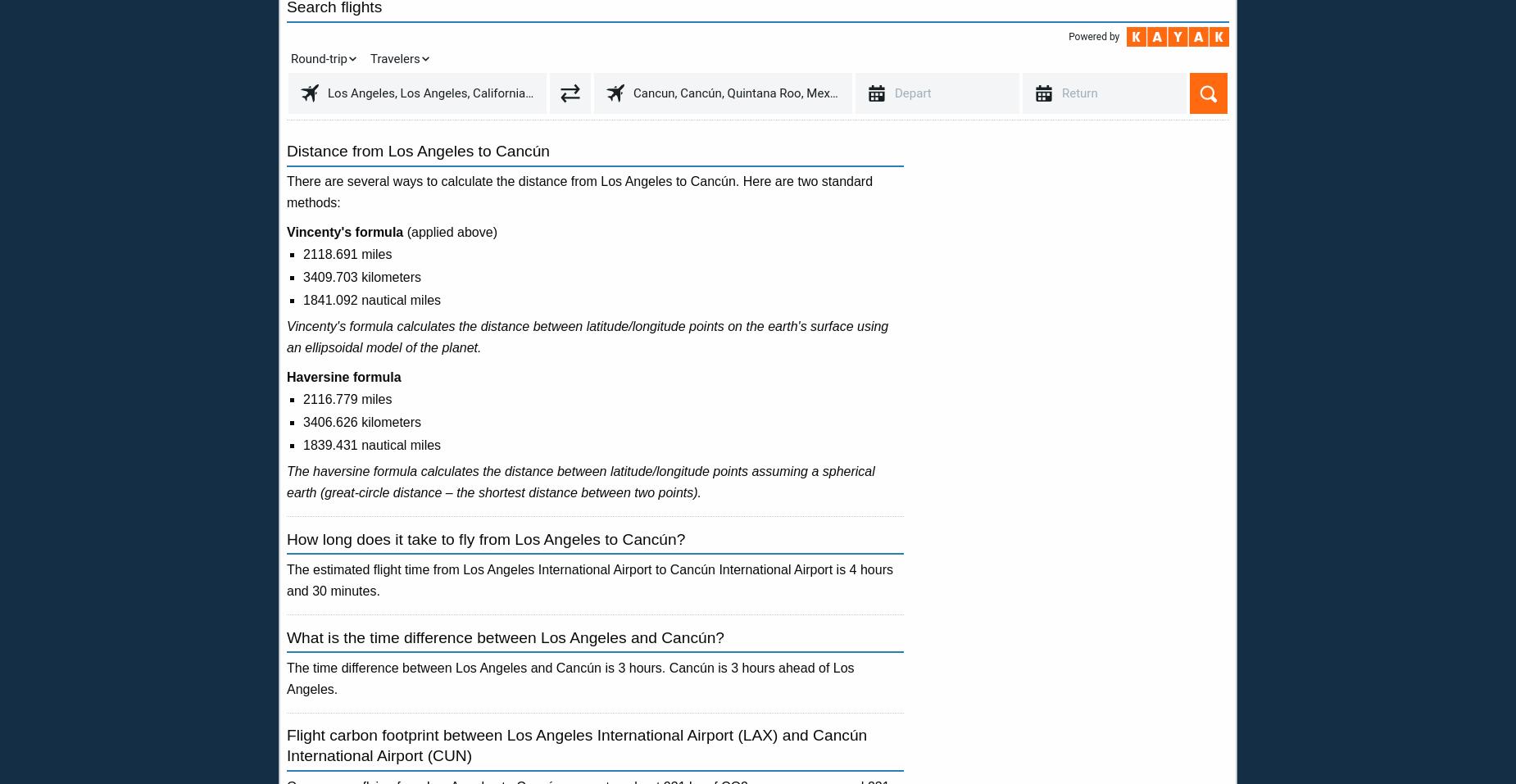  Describe the element at coordinates (589, 580) in the screenshot. I see `'The estimated flight time from Los Angeles International Airport to Cancún International Airport is
4 hours and 30 minutes.'` at that location.